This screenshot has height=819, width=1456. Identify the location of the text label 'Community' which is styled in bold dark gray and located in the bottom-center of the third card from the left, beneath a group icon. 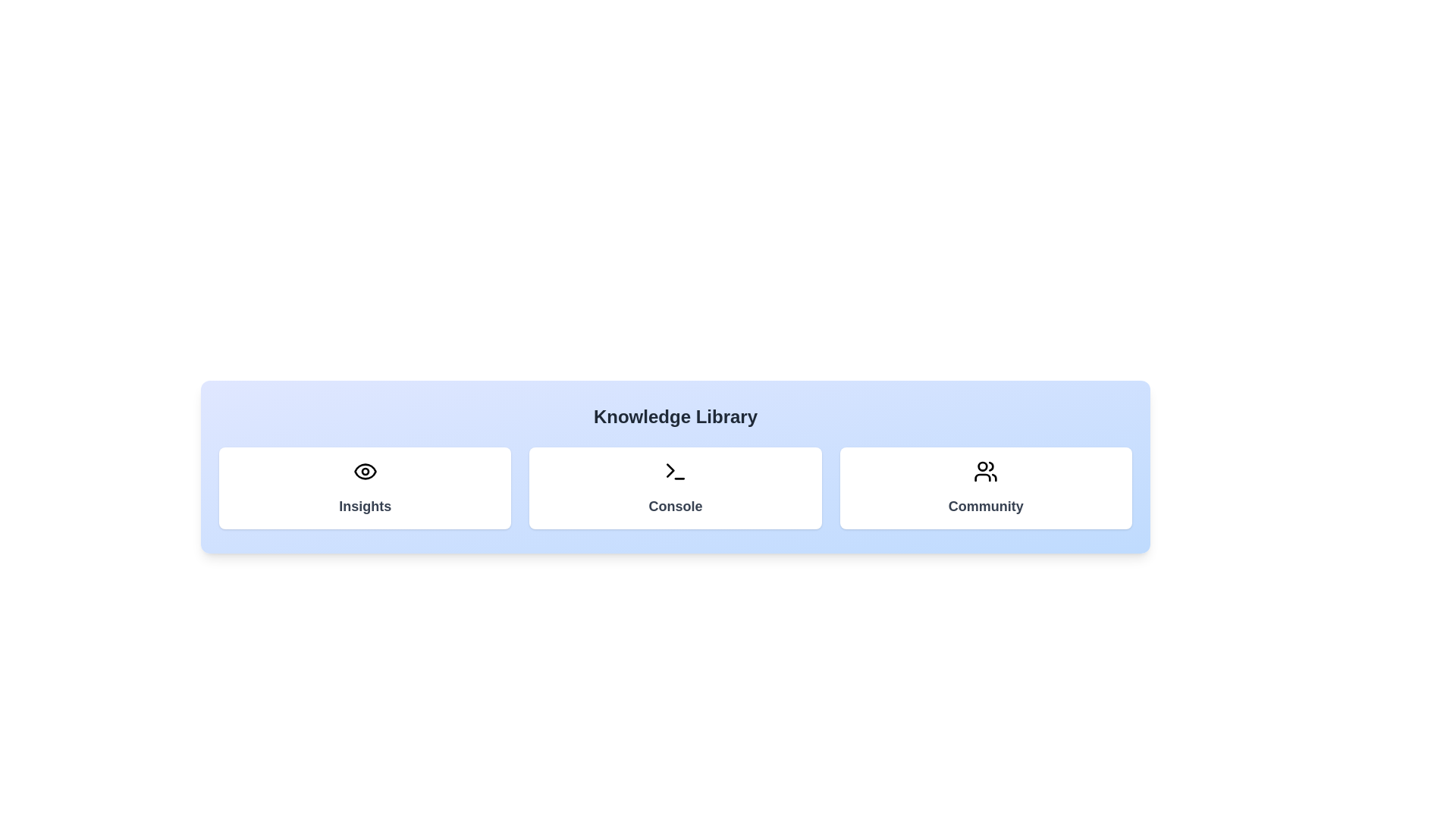
(986, 506).